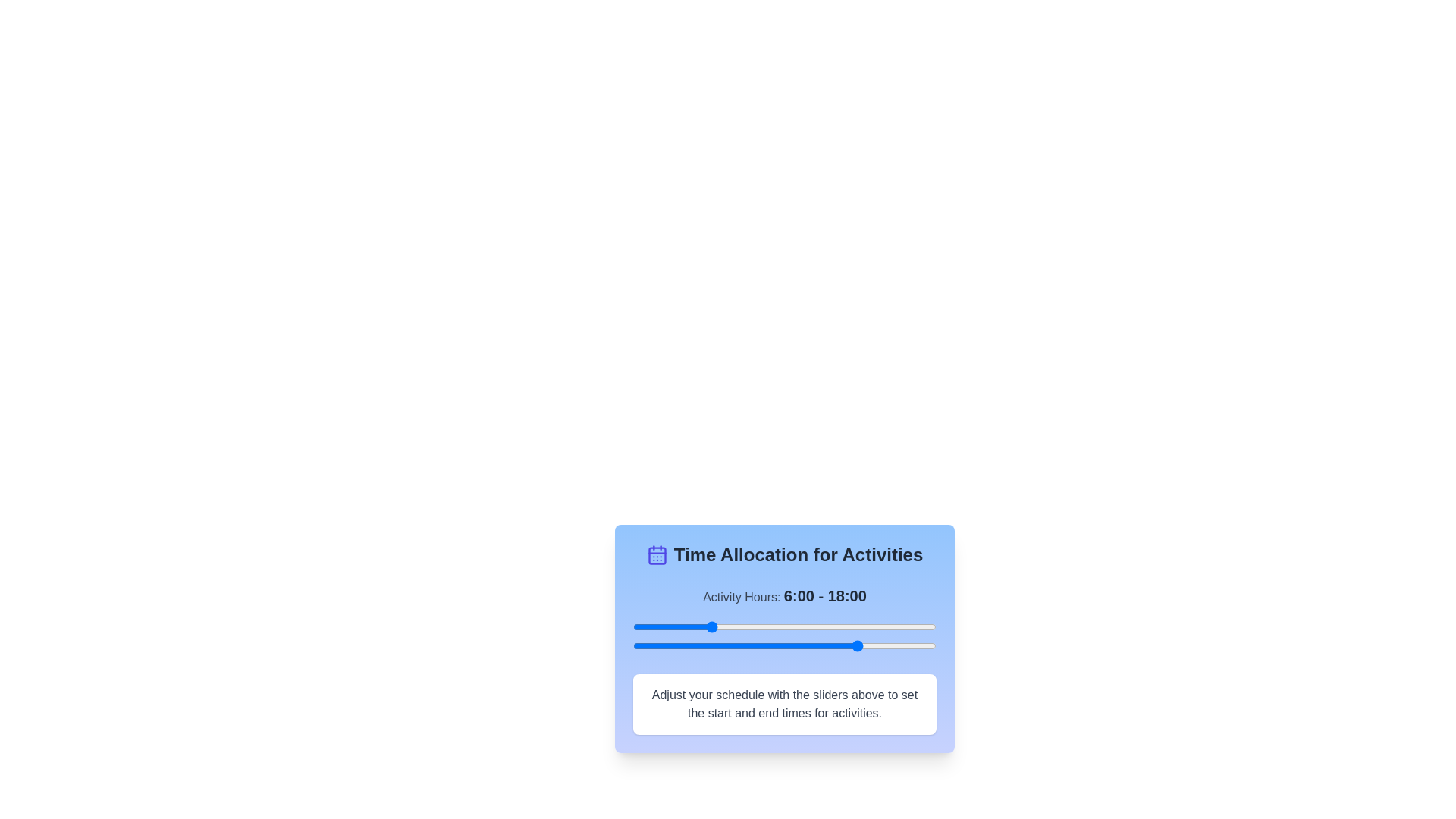  What do you see at coordinates (670, 626) in the screenshot?
I see `the start time to 3 hours using the left slider` at bounding box center [670, 626].